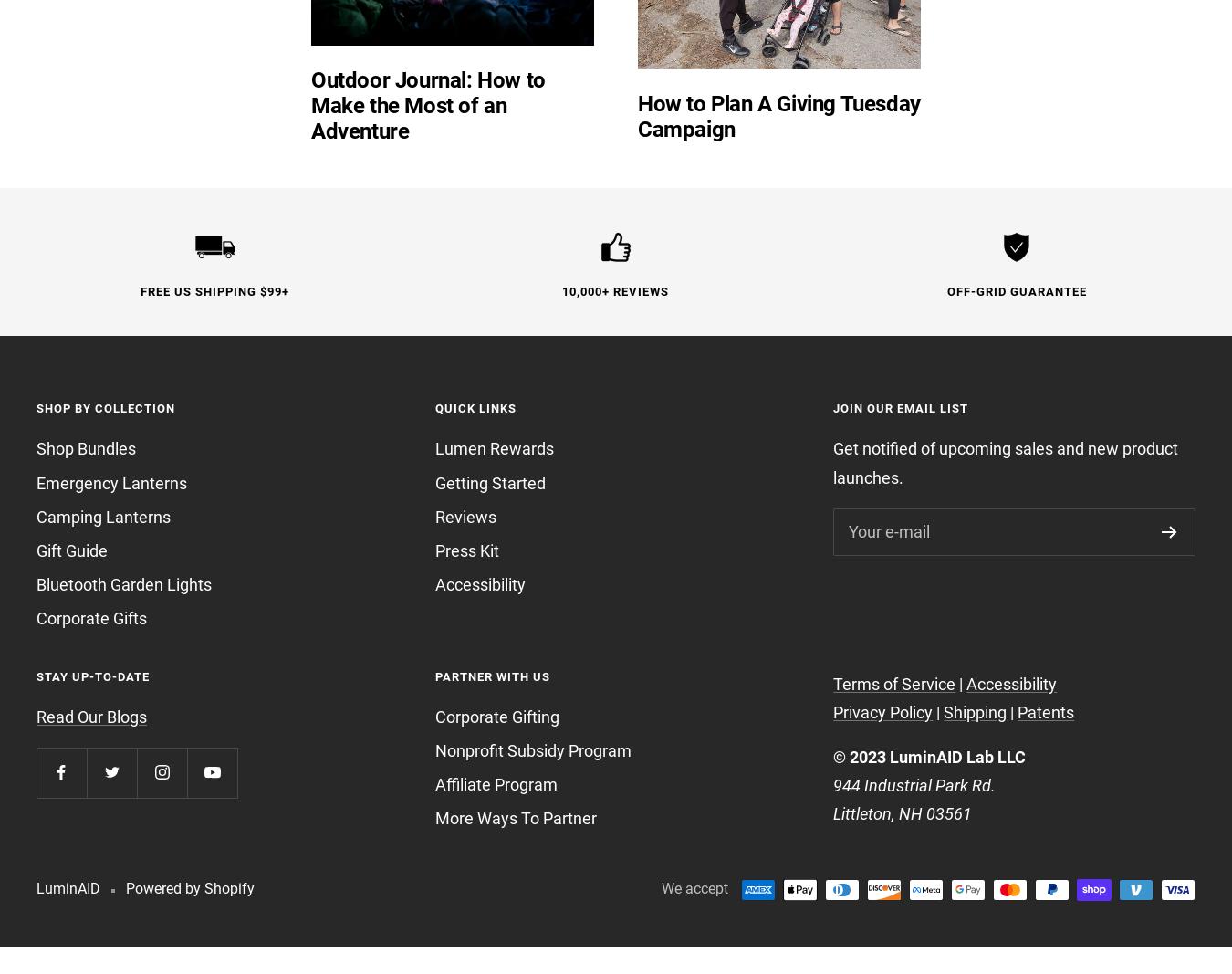  What do you see at coordinates (90, 618) in the screenshot?
I see `'Corporate Gifts'` at bounding box center [90, 618].